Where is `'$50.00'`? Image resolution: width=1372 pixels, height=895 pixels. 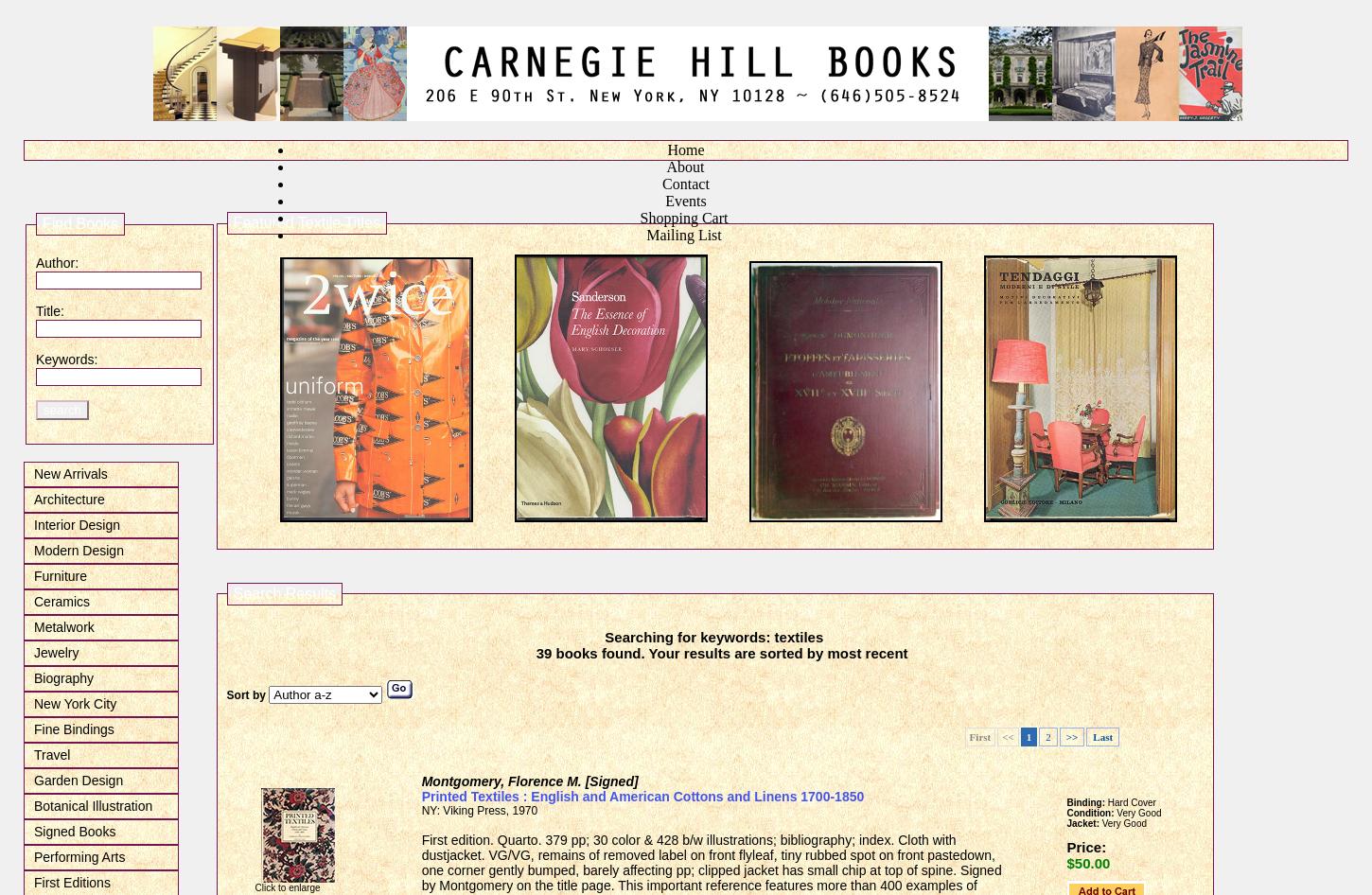
'$50.00' is located at coordinates (1086, 862).